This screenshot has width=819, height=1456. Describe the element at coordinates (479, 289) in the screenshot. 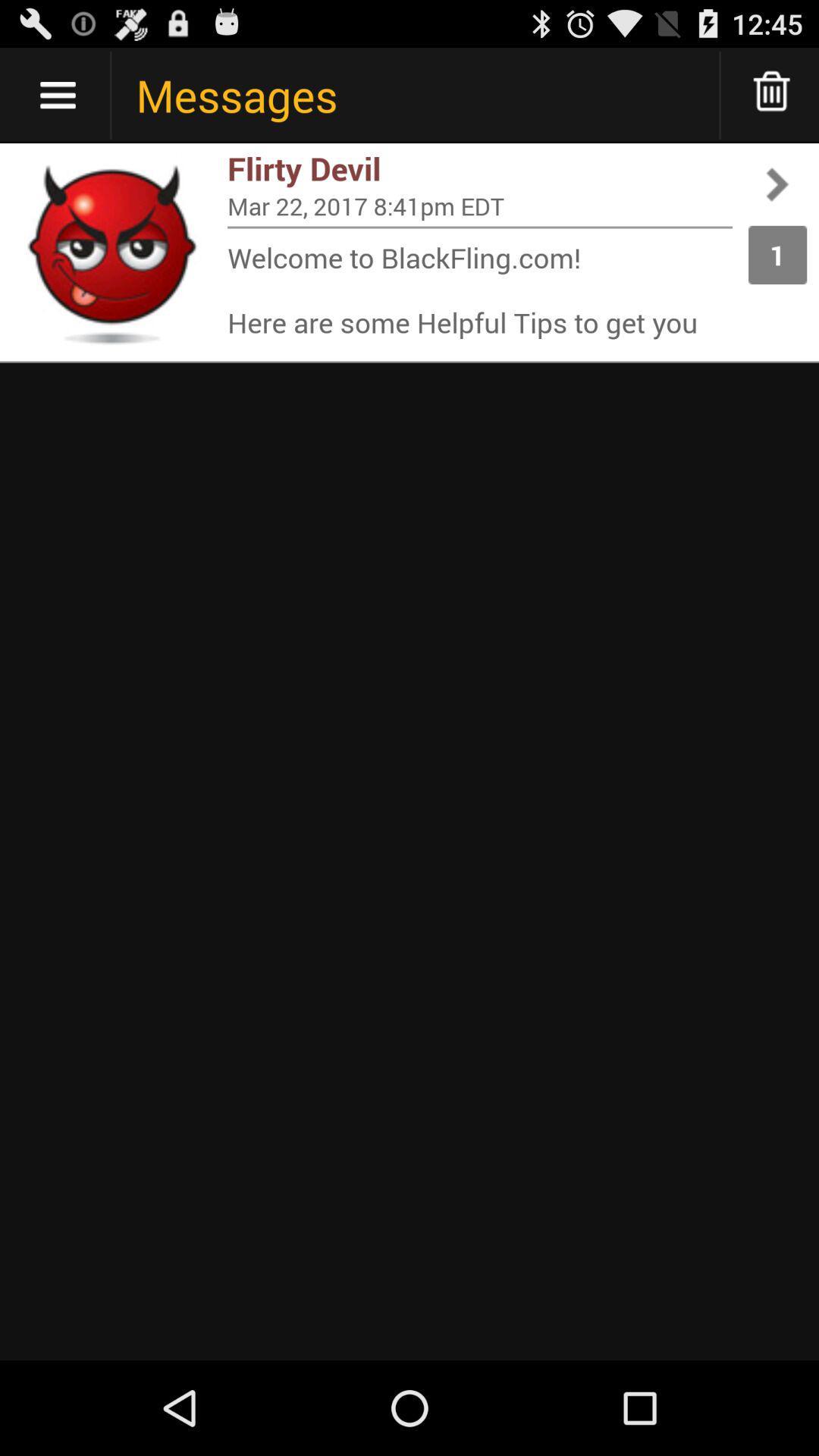

I see `the welcome to blackfling item` at that location.